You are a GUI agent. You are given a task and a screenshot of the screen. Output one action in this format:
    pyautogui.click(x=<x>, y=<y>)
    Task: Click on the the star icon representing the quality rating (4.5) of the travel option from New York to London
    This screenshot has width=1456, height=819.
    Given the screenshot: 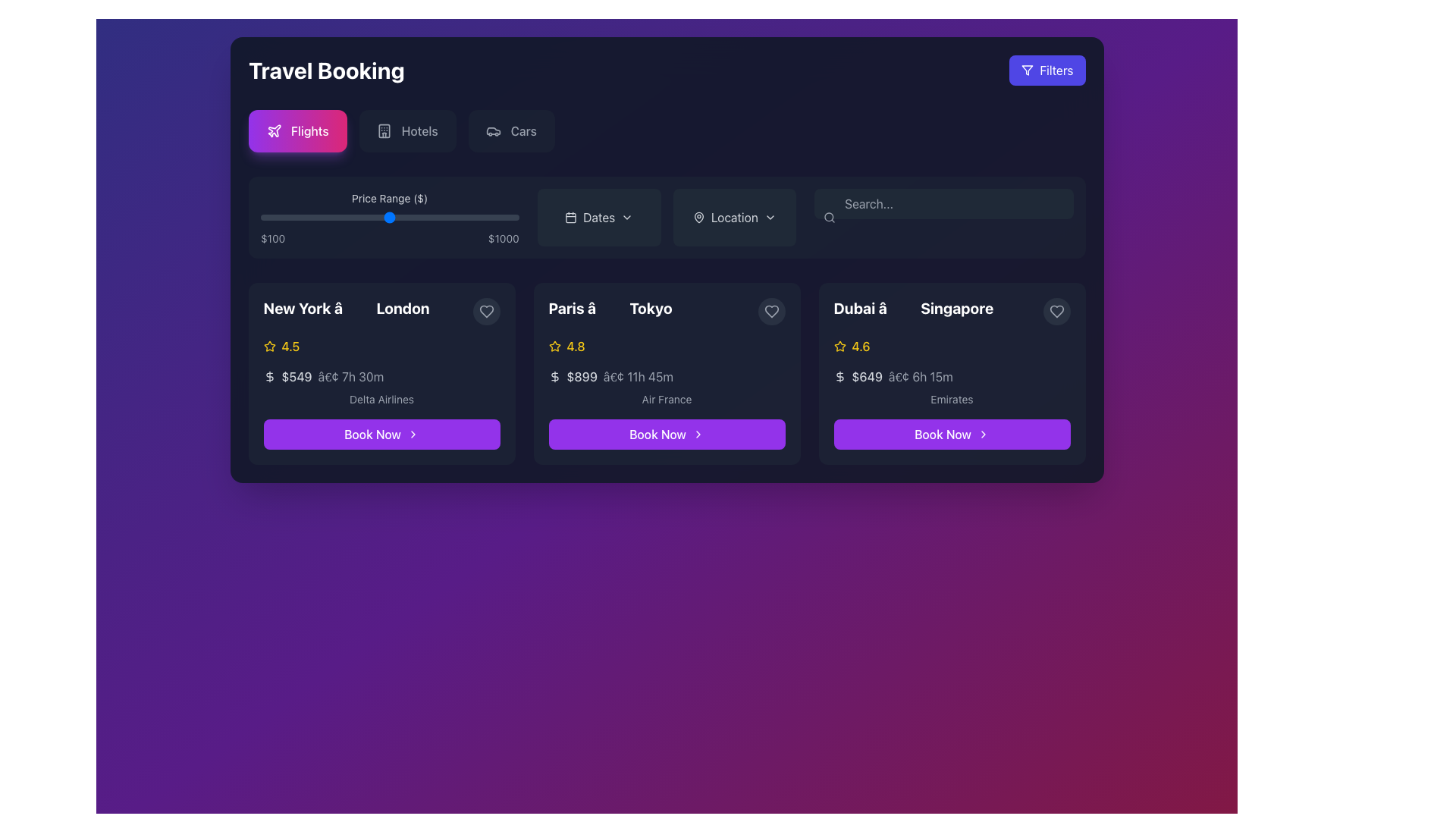 What is the action you would take?
    pyautogui.click(x=269, y=346)
    